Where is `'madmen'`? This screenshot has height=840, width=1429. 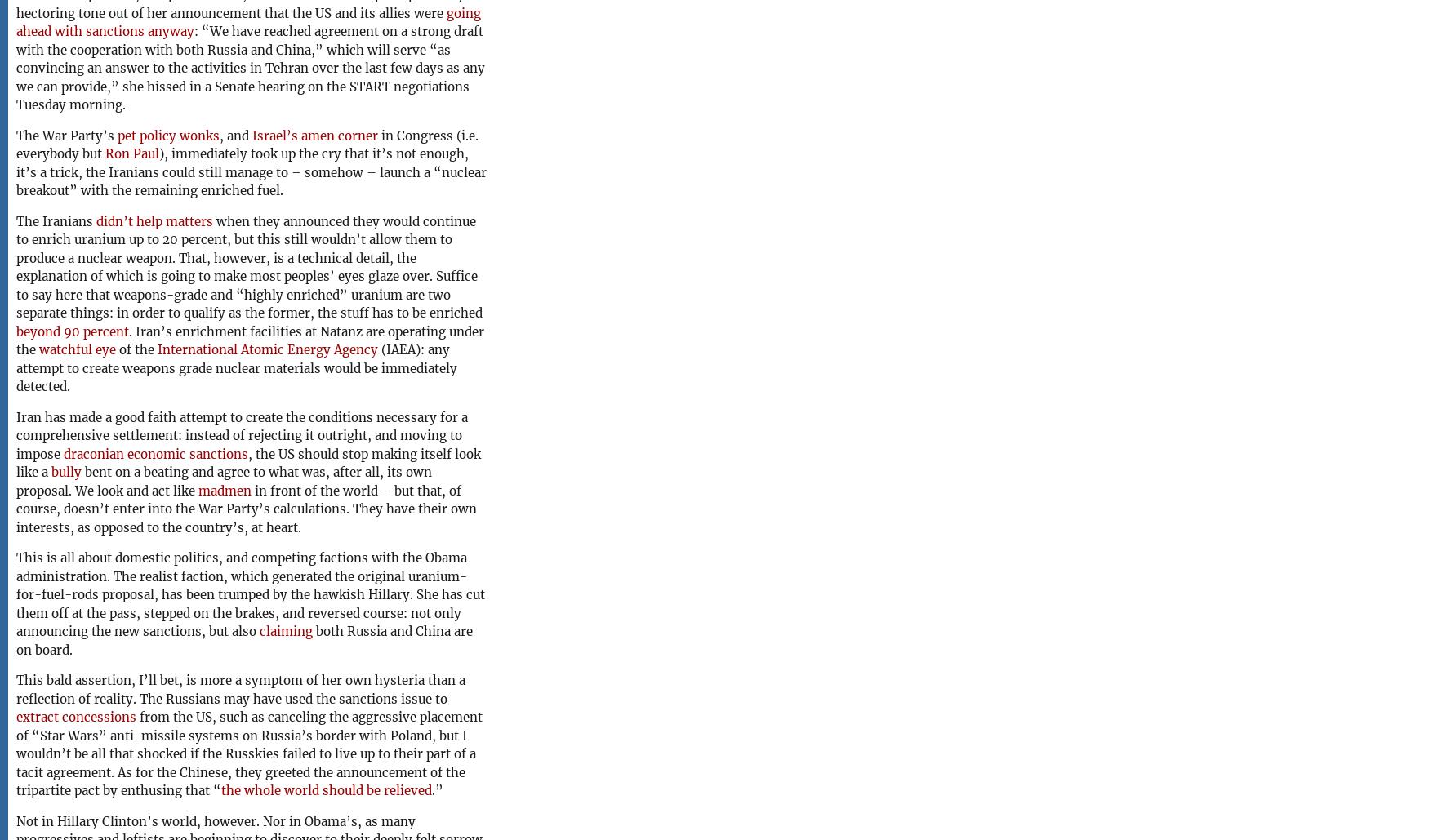 'madmen' is located at coordinates (224, 490).